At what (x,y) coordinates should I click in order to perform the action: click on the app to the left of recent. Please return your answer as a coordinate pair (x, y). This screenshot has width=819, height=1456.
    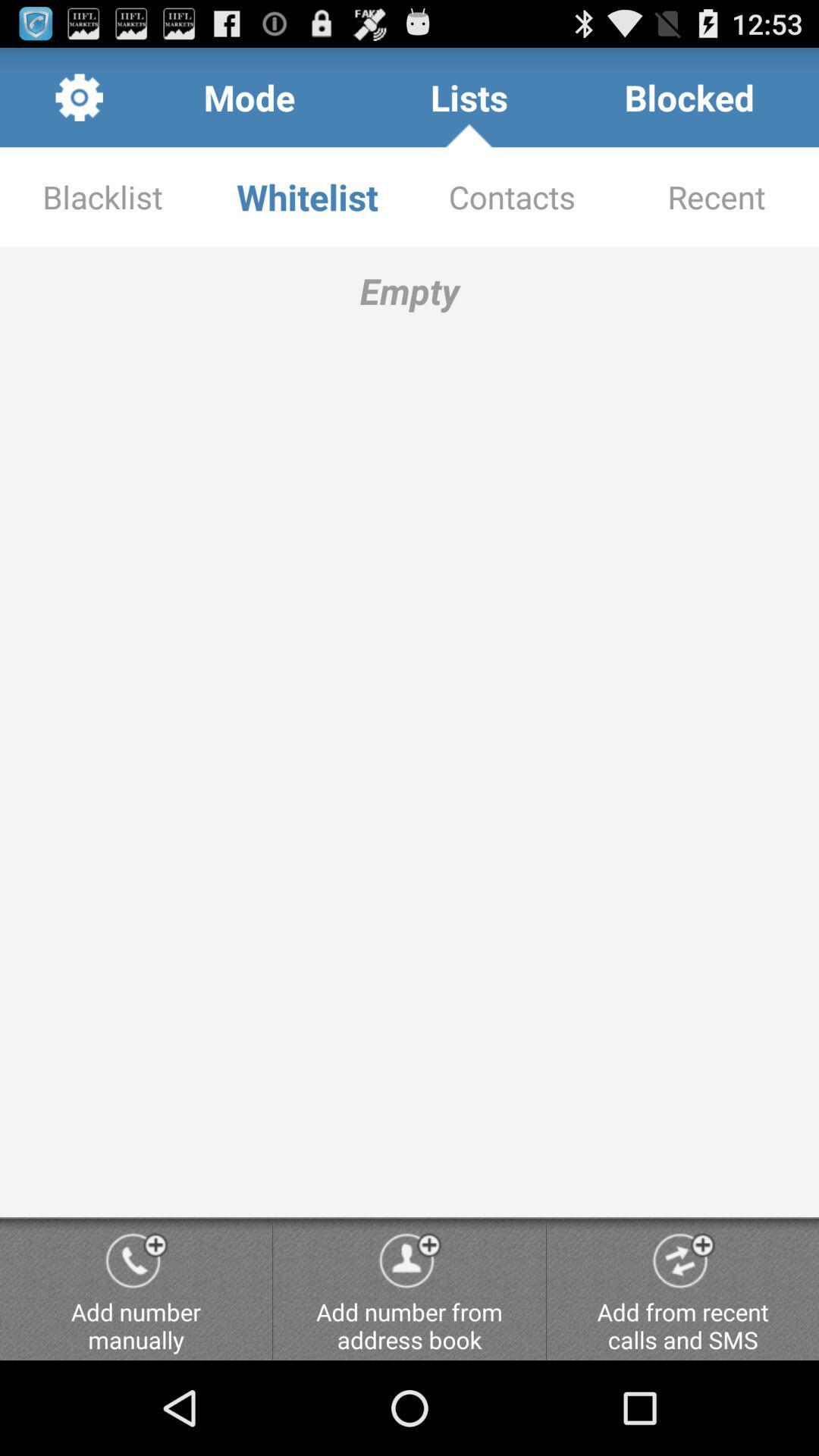
    Looking at the image, I should click on (512, 196).